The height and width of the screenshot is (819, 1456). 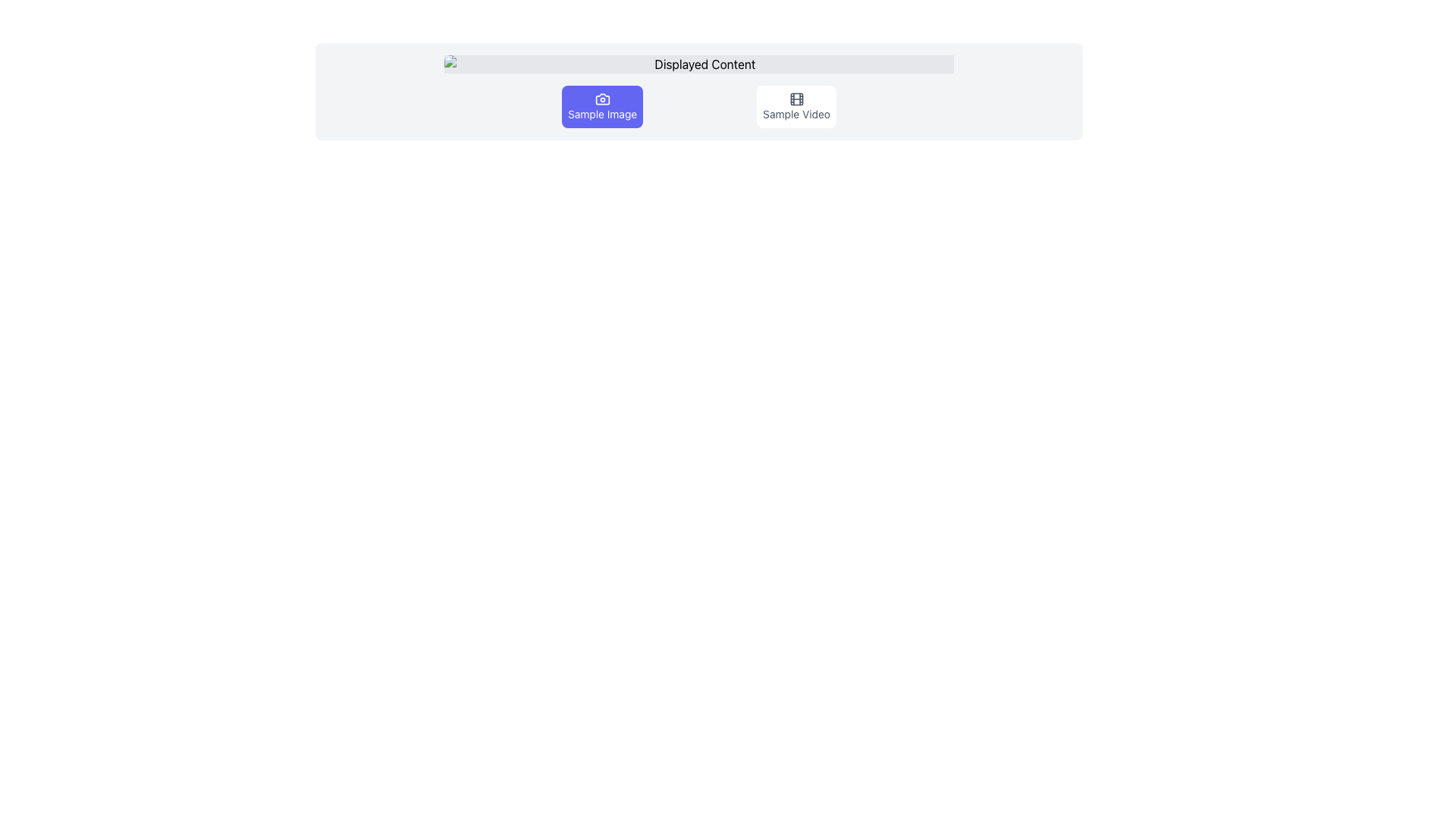 I want to click on the second button located to the right of the 'Sample Image' button under 'Displayed Content' to activate hover effects, so click(x=795, y=106).